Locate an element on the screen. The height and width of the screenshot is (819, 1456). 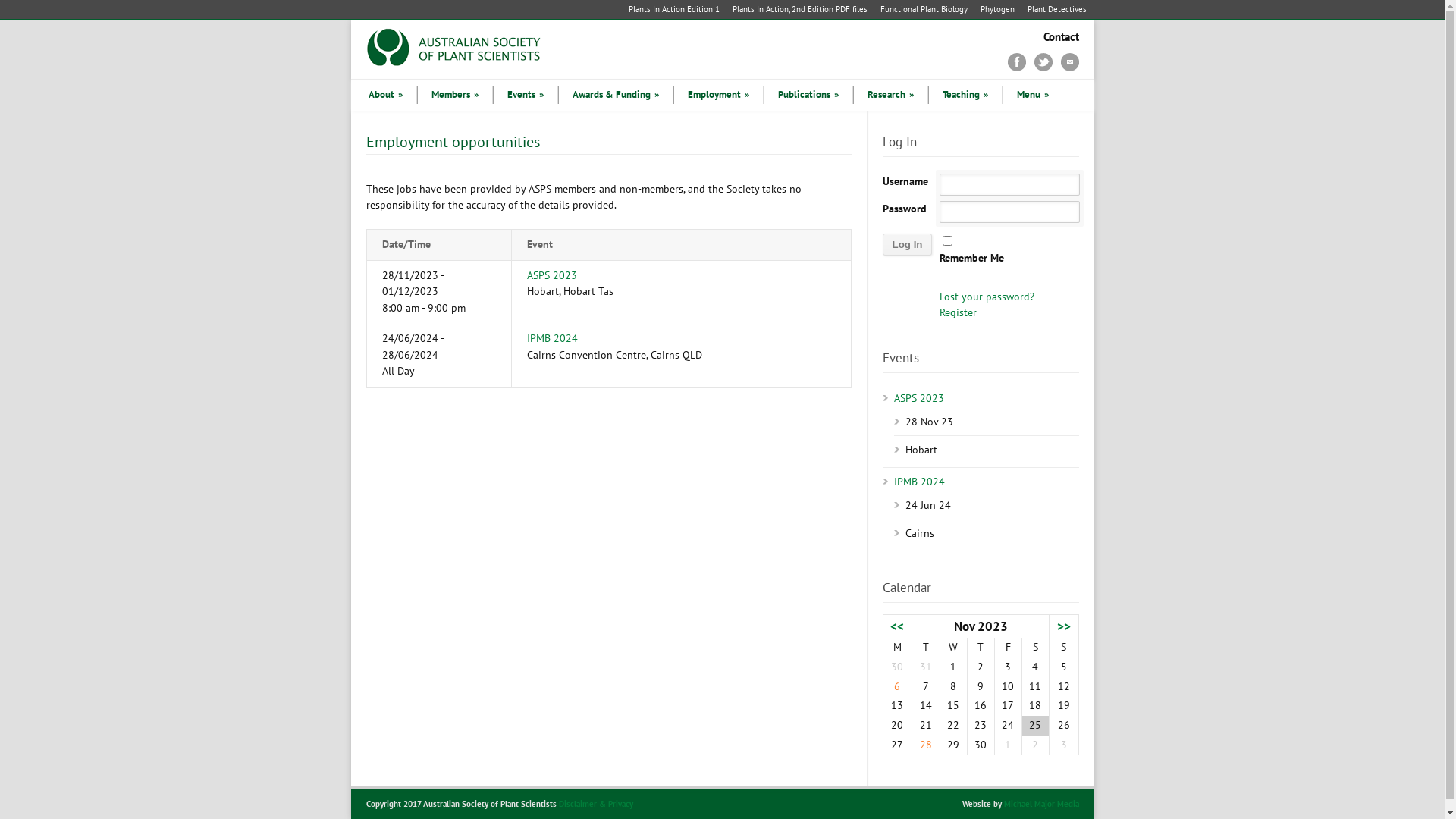
'Michael Major Media' is located at coordinates (1040, 803).